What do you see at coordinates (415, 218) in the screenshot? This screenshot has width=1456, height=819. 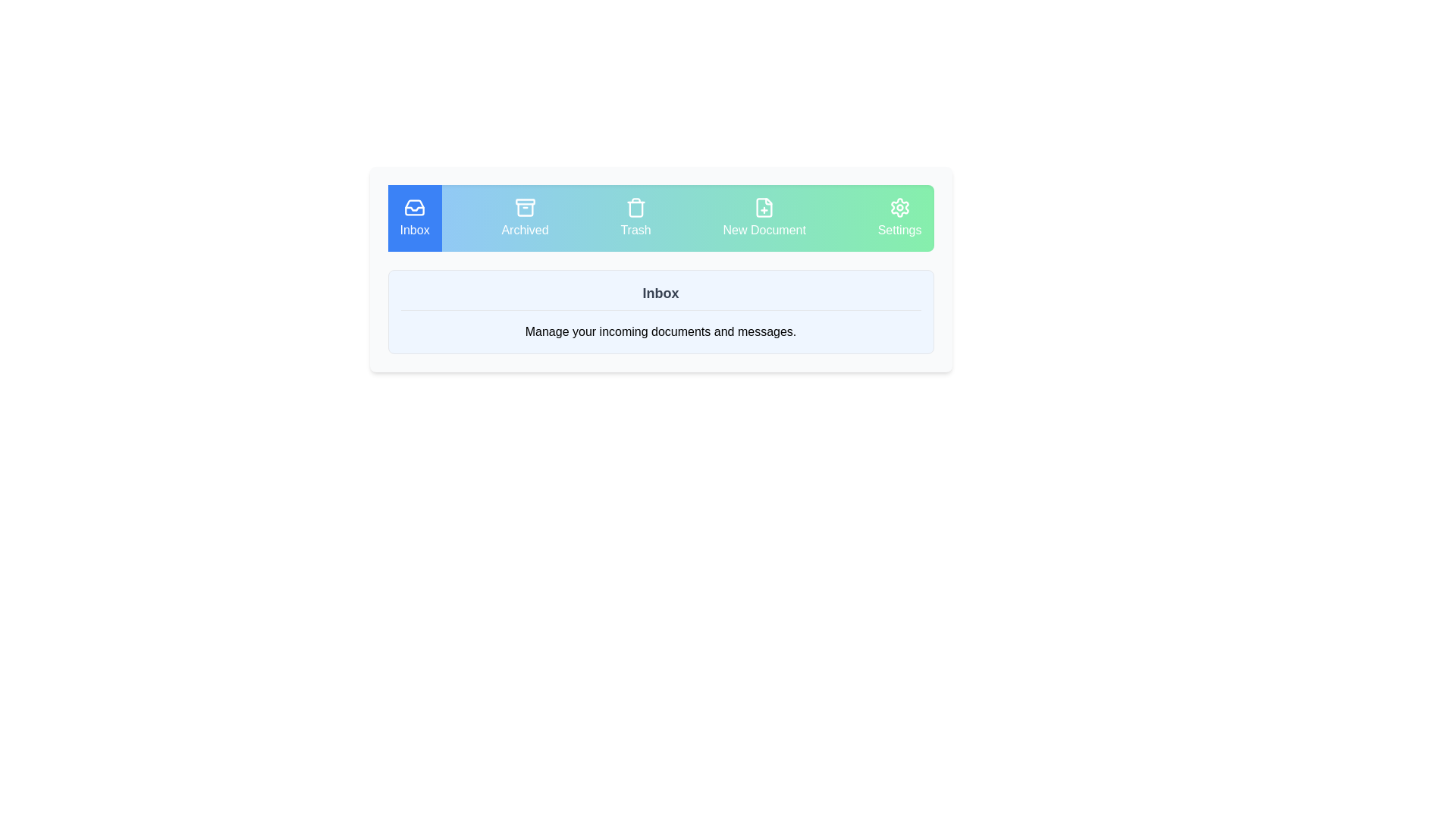 I see `the tab labeled Inbox to switch to it` at bounding box center [415, 218].